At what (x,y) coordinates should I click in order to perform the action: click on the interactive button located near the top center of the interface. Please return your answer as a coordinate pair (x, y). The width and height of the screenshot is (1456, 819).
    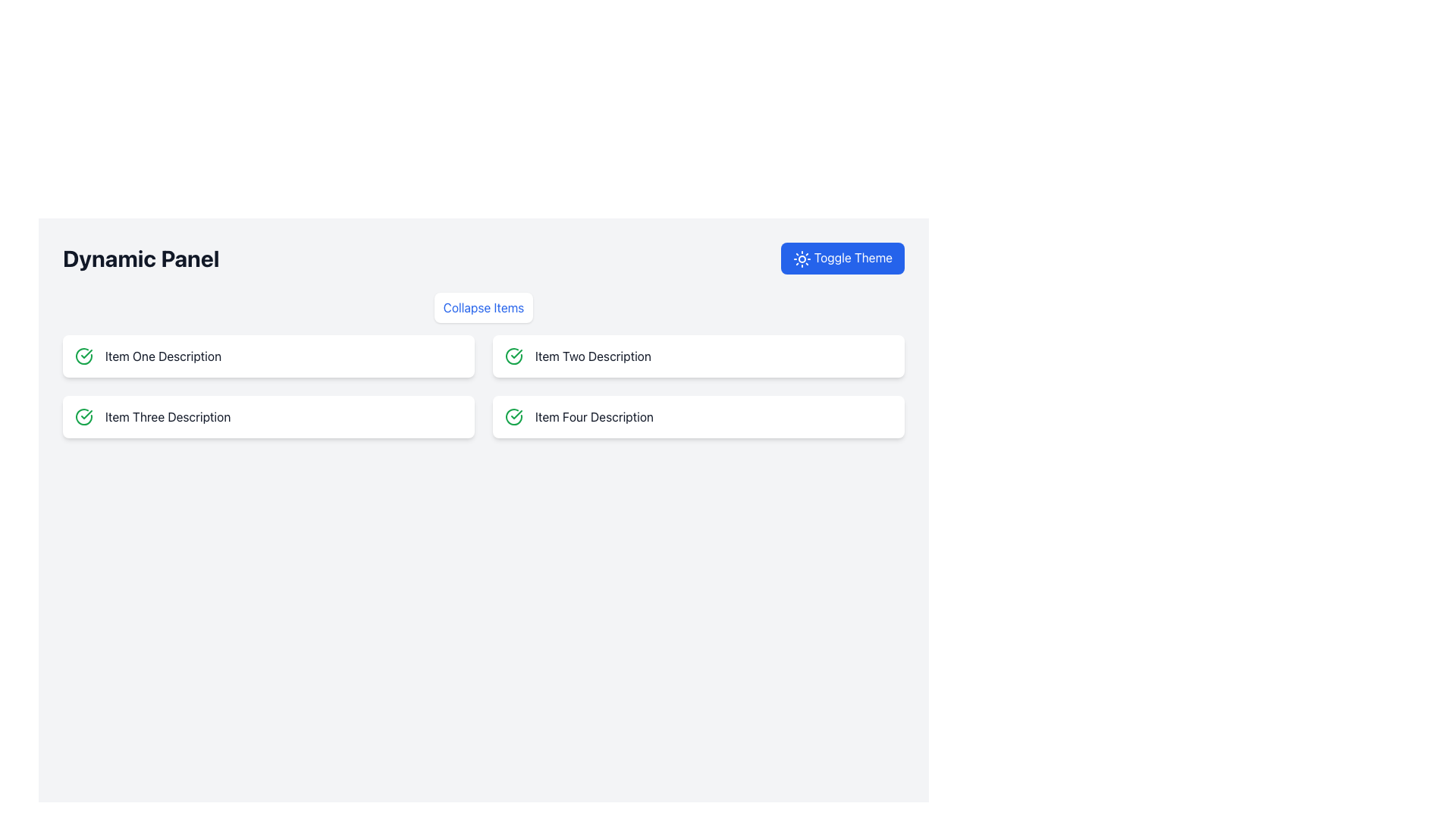
    Looking at the image, I should click on (483, 307).